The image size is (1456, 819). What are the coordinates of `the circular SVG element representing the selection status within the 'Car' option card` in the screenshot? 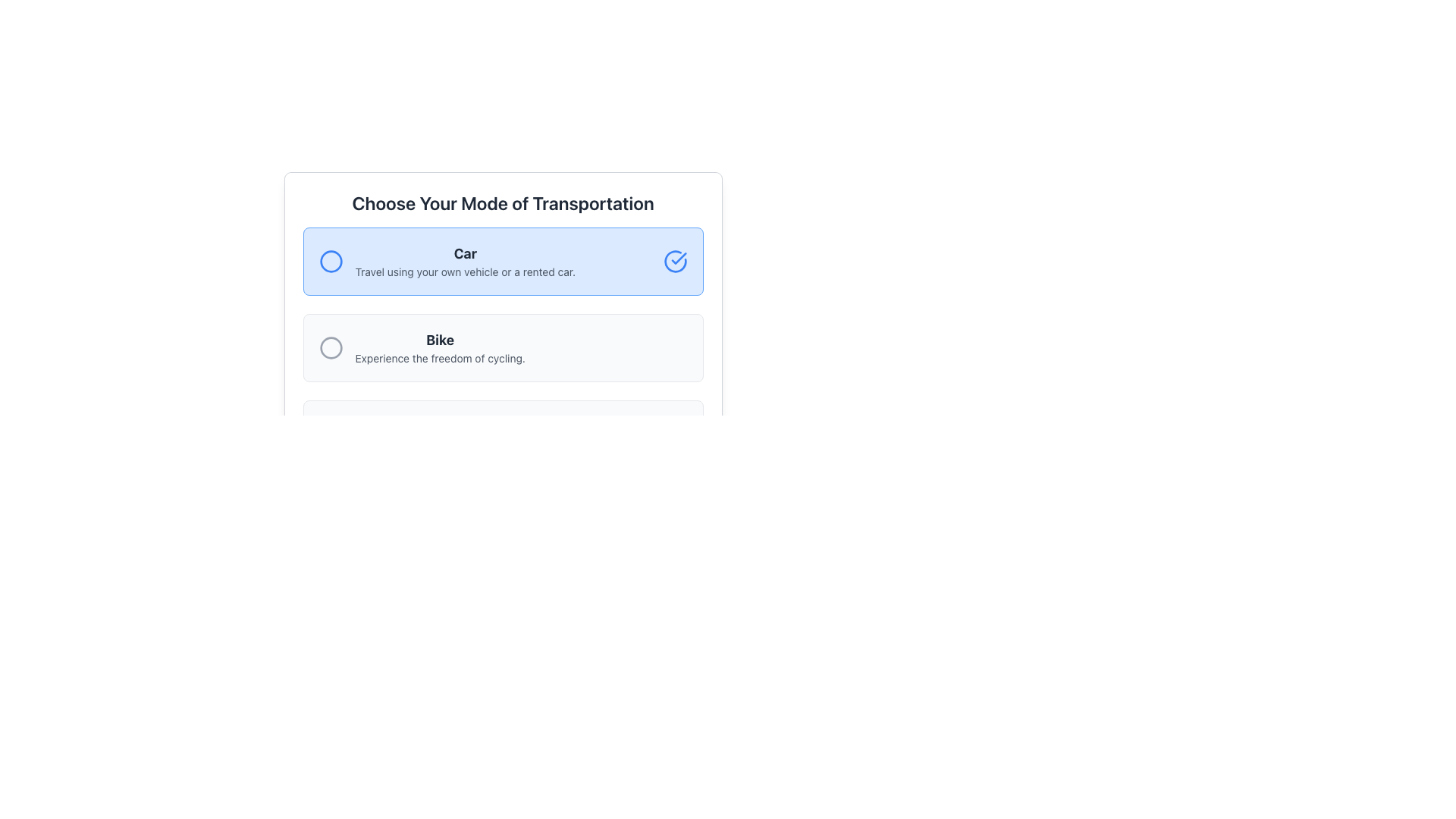 It's located at (330, 260).